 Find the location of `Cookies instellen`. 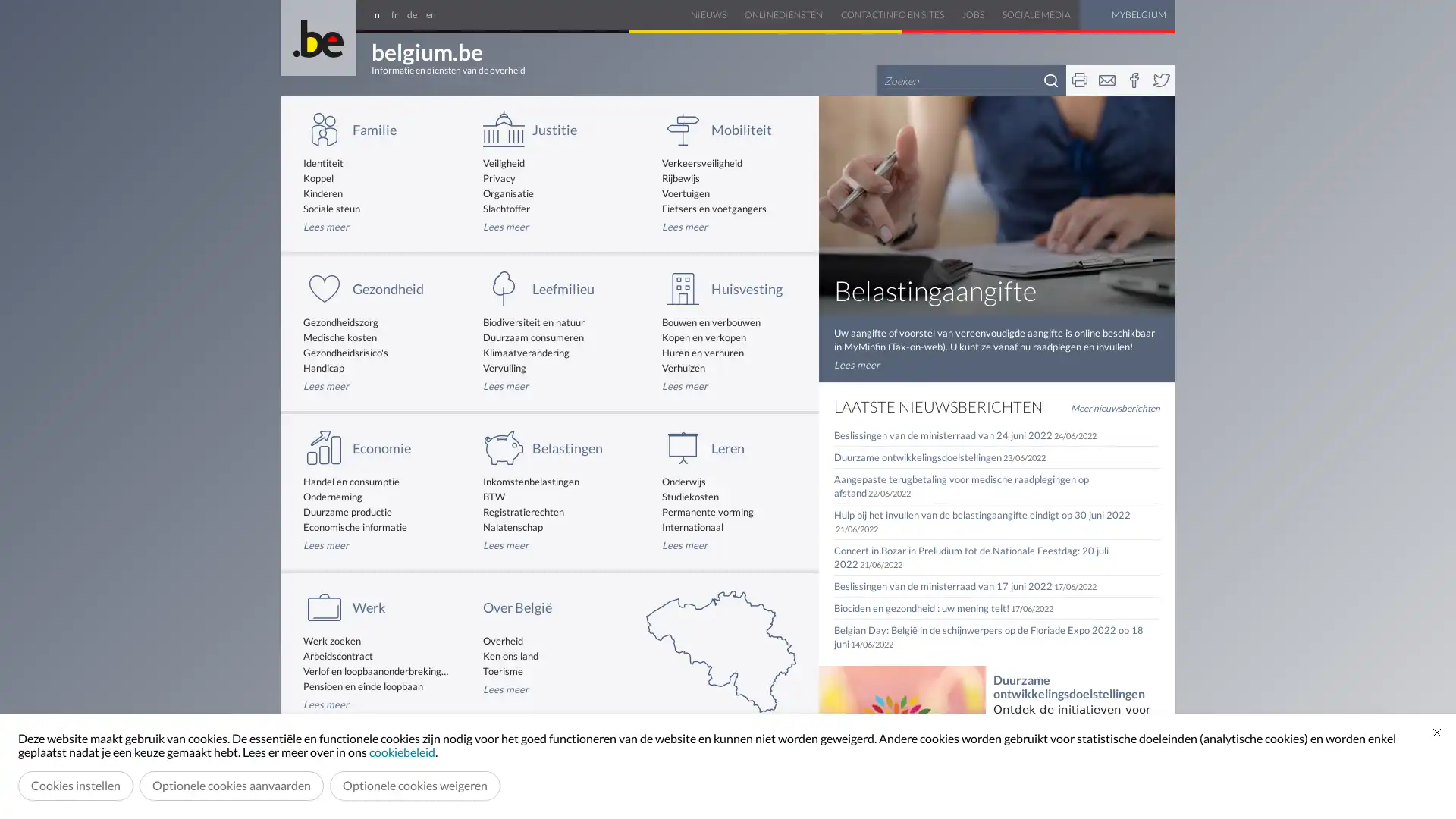

Cookies instellen is located at coordinates (75, 785).